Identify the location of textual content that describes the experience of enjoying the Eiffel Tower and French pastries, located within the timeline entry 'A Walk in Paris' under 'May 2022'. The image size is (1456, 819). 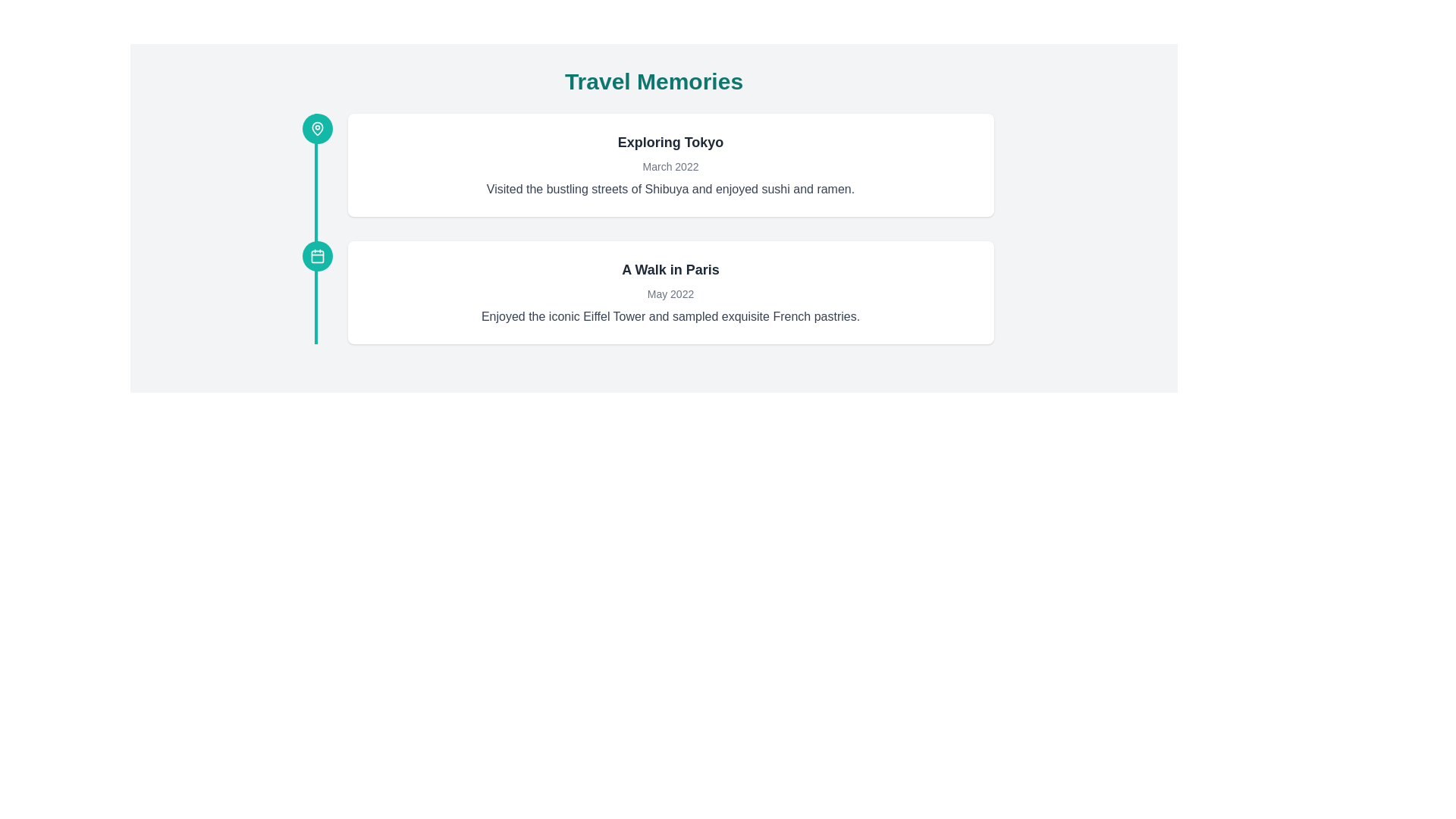
(670, 315).